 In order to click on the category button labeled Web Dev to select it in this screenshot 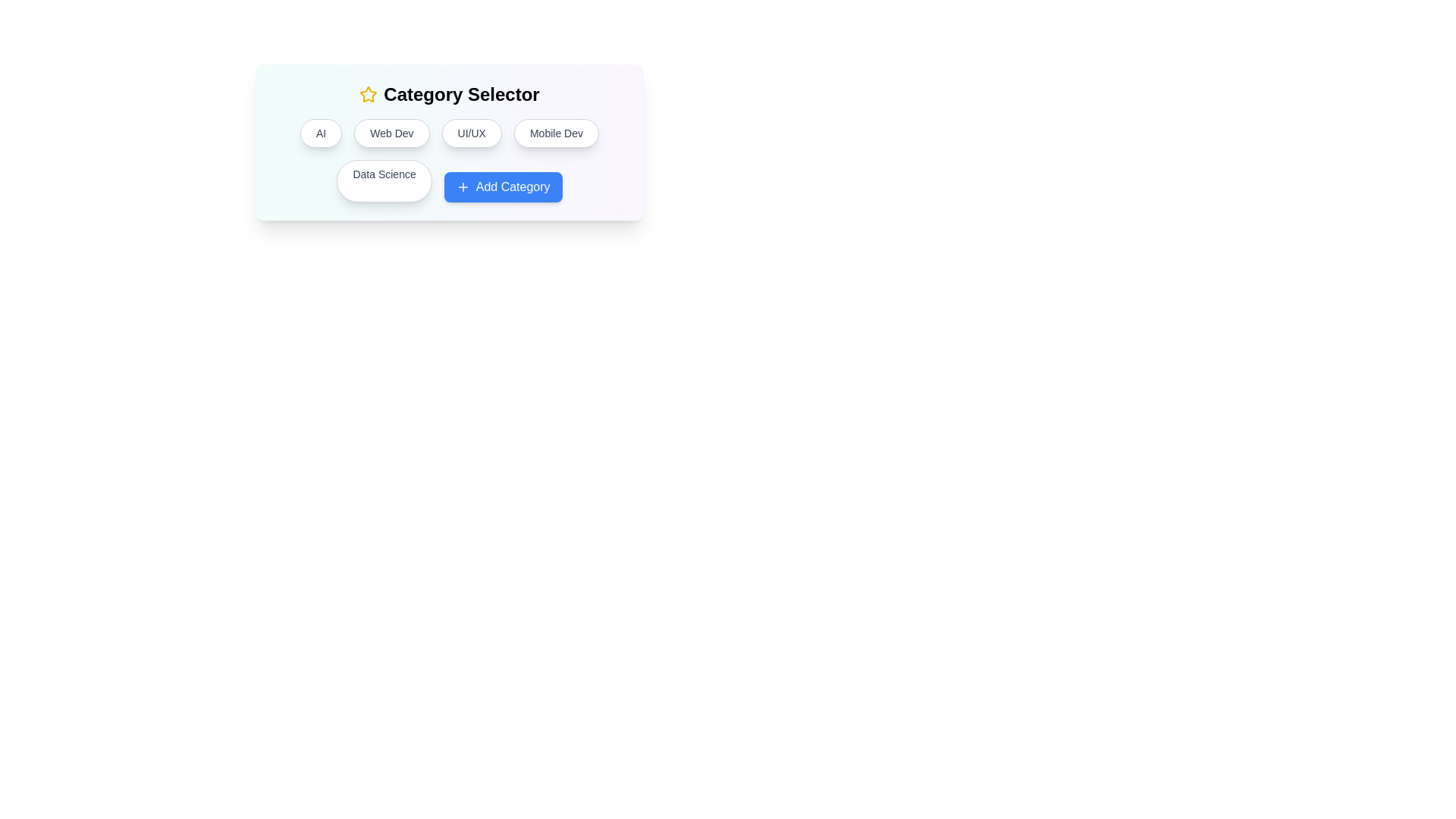, I will do `click(391, 133)`.